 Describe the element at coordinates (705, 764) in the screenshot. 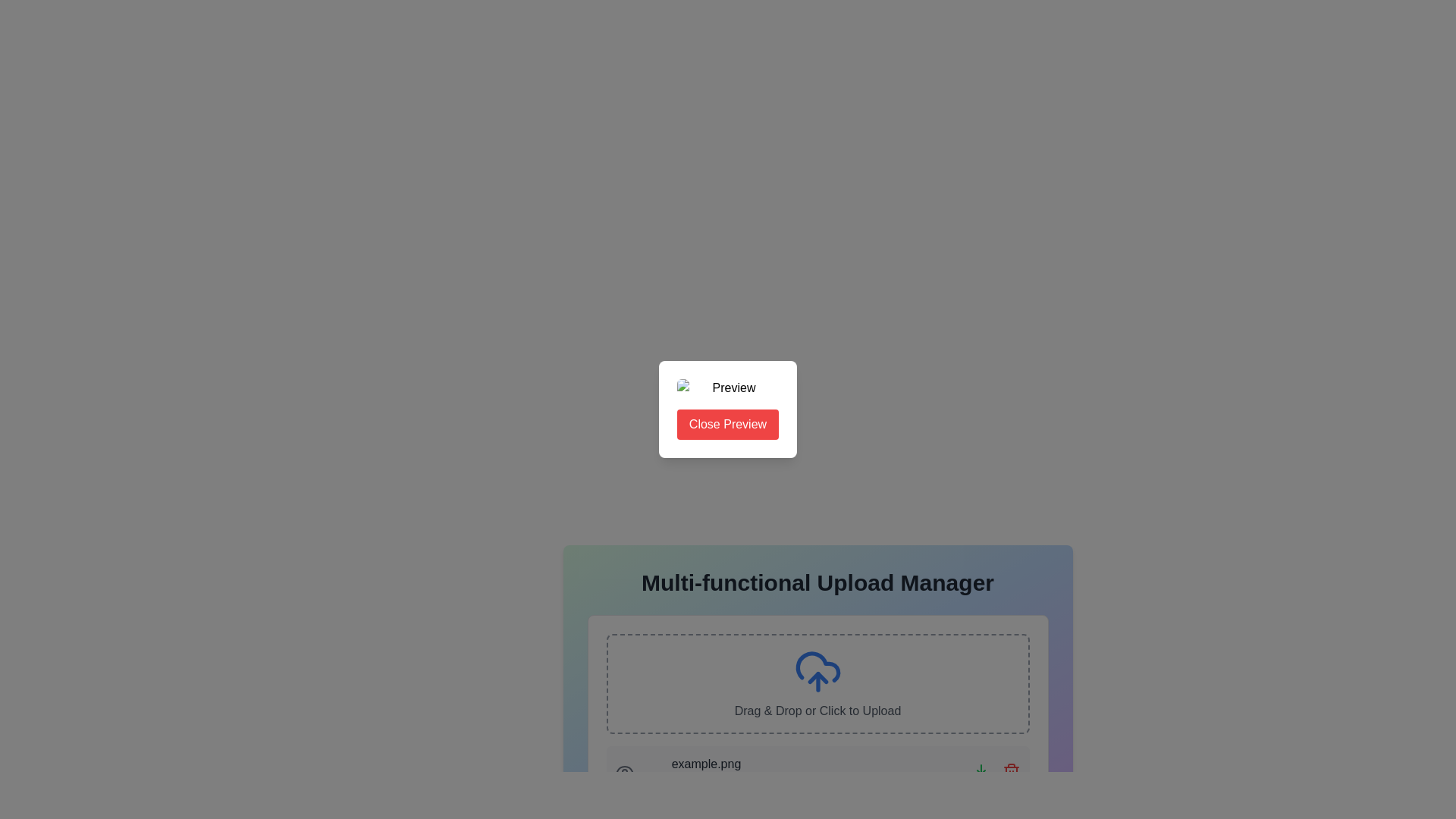

I see `file name from the text label displaying 'example.png', which is positioned above the size descriptor '2.0 KB' at the bottom center of the interface` at that location.